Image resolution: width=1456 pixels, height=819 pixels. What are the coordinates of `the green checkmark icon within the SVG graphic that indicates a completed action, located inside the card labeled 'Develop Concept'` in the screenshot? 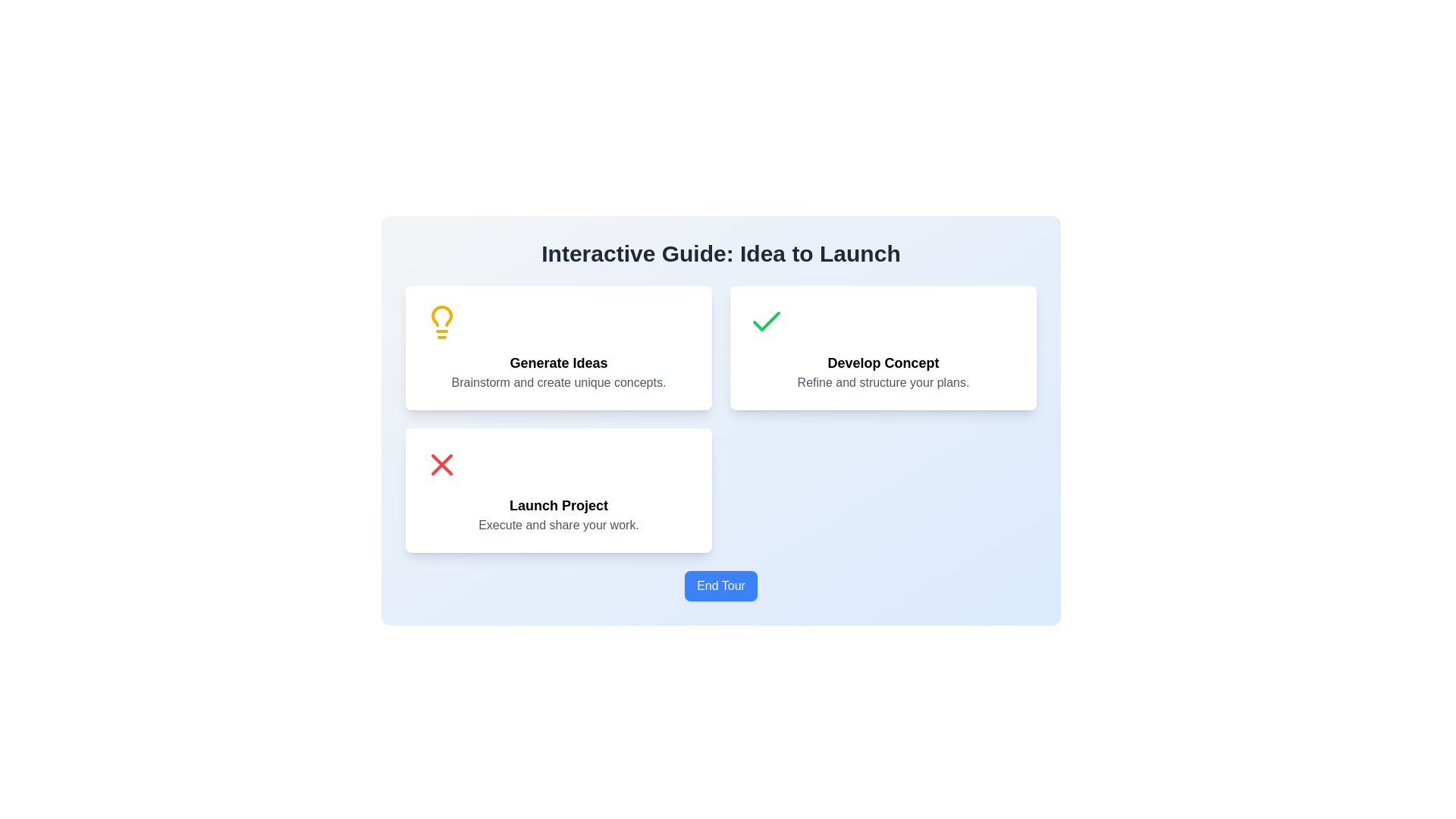 It's located at (767, 321).